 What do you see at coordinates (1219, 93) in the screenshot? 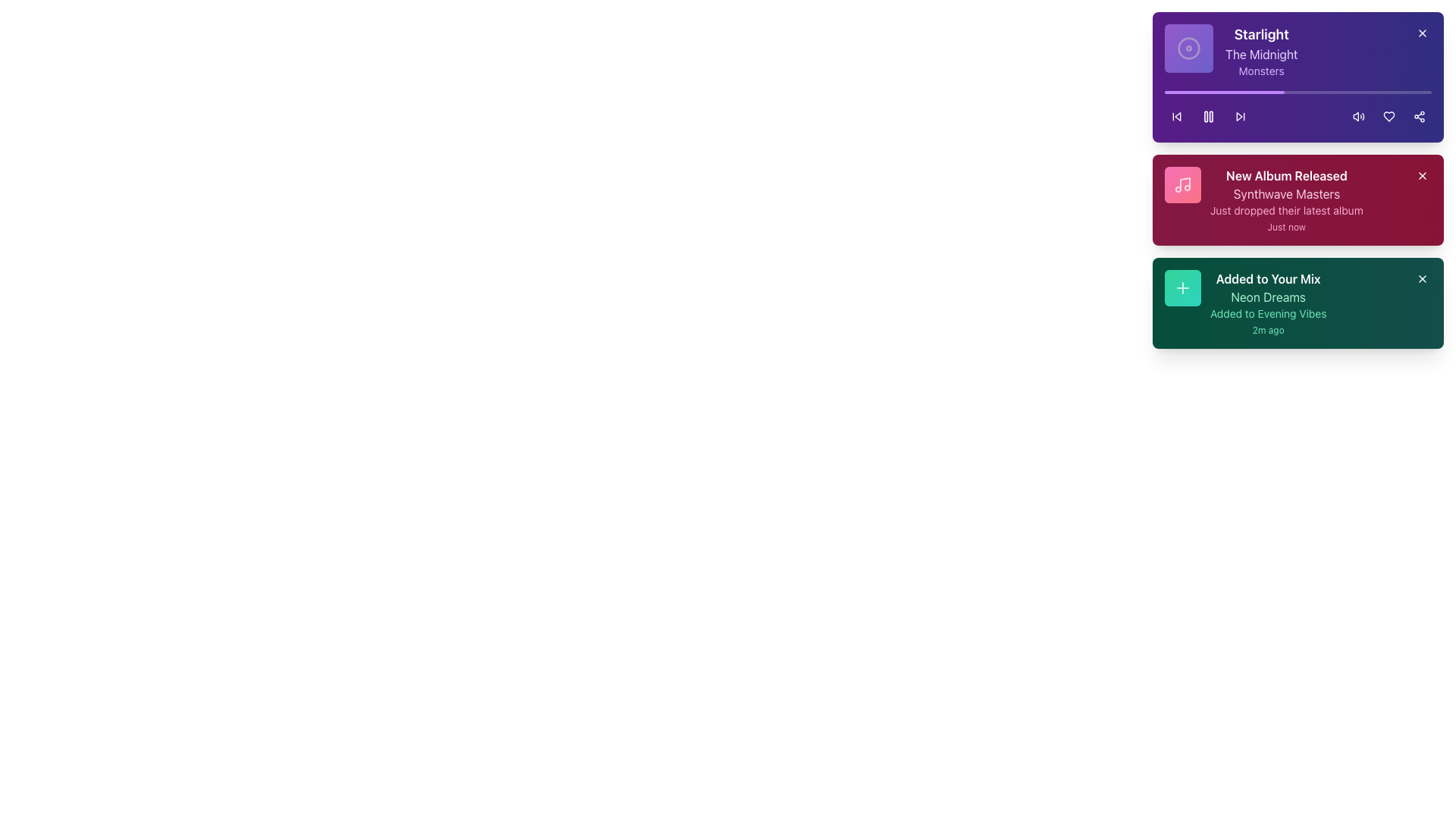
I see `the progress bar` at bounding box center [1219, 93].